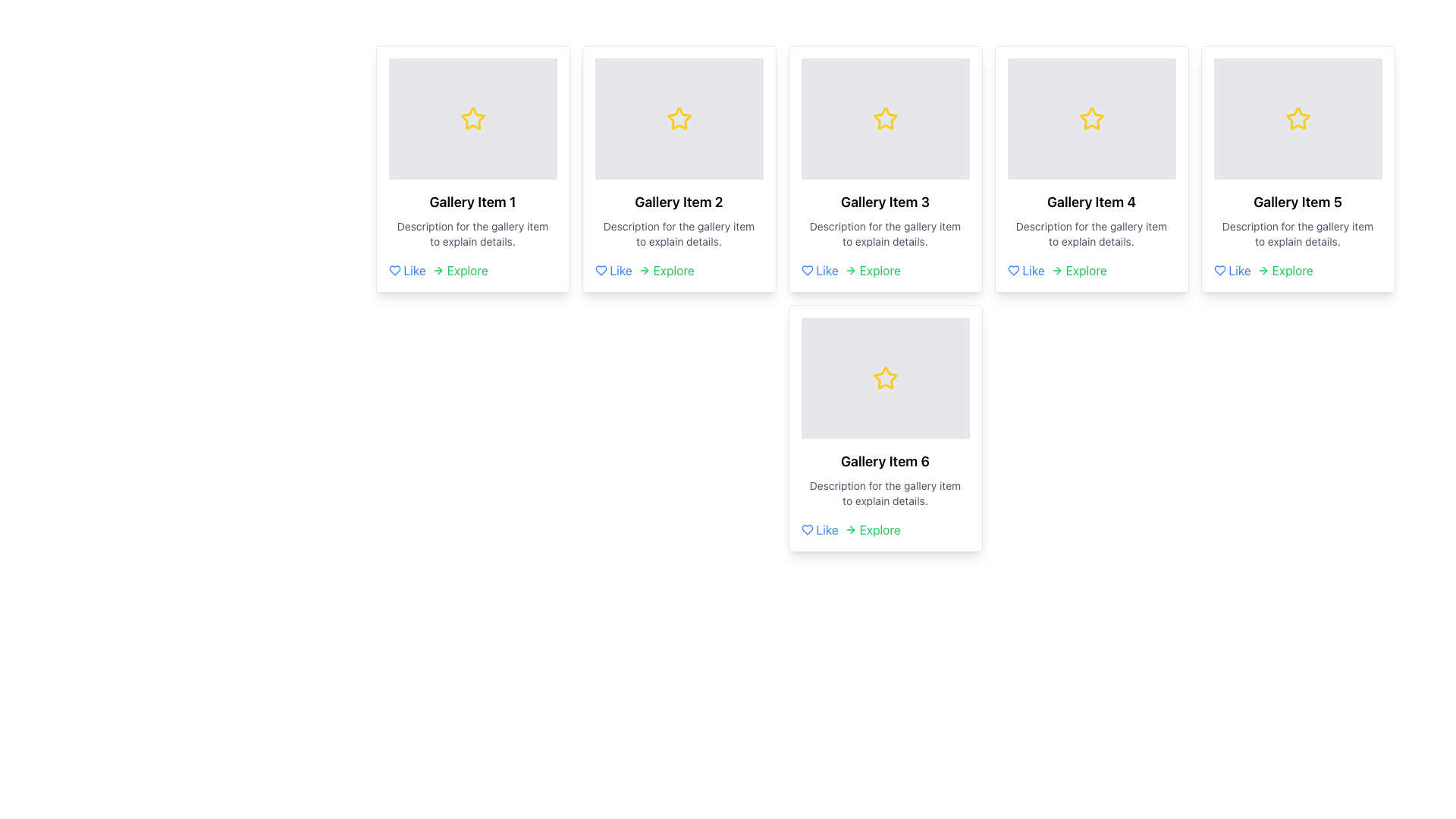 The image size is (1456, 819). What do you see at coordinates (806, 270) in the screenshot?
I see `the heart-shaped icon (SVG) located near the bottom-left corner of 'Gallery Item 3'` at bounding box center [806, 270].